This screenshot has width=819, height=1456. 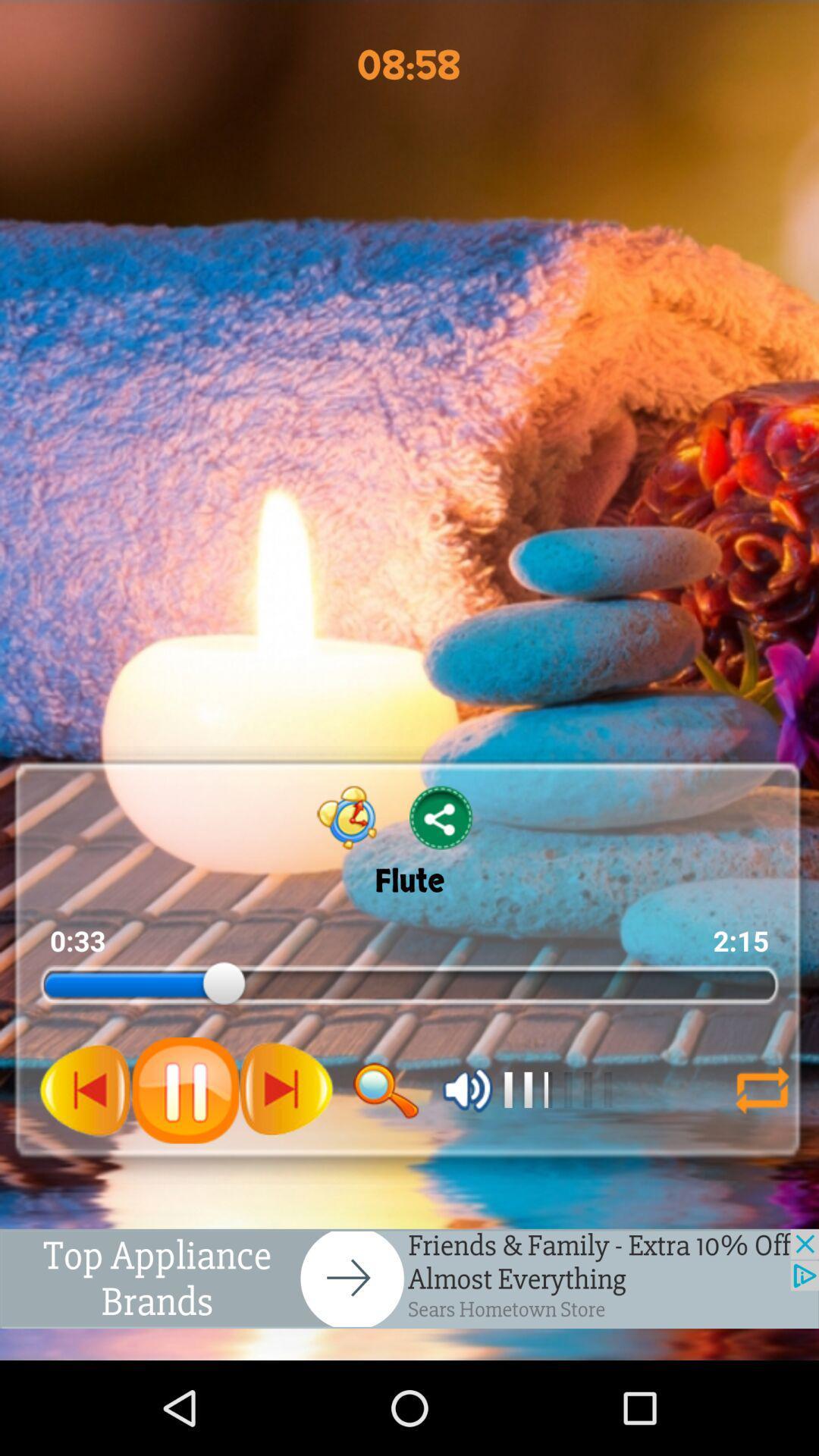 I want to click on sound volume option, so click(x=467, y=1089).